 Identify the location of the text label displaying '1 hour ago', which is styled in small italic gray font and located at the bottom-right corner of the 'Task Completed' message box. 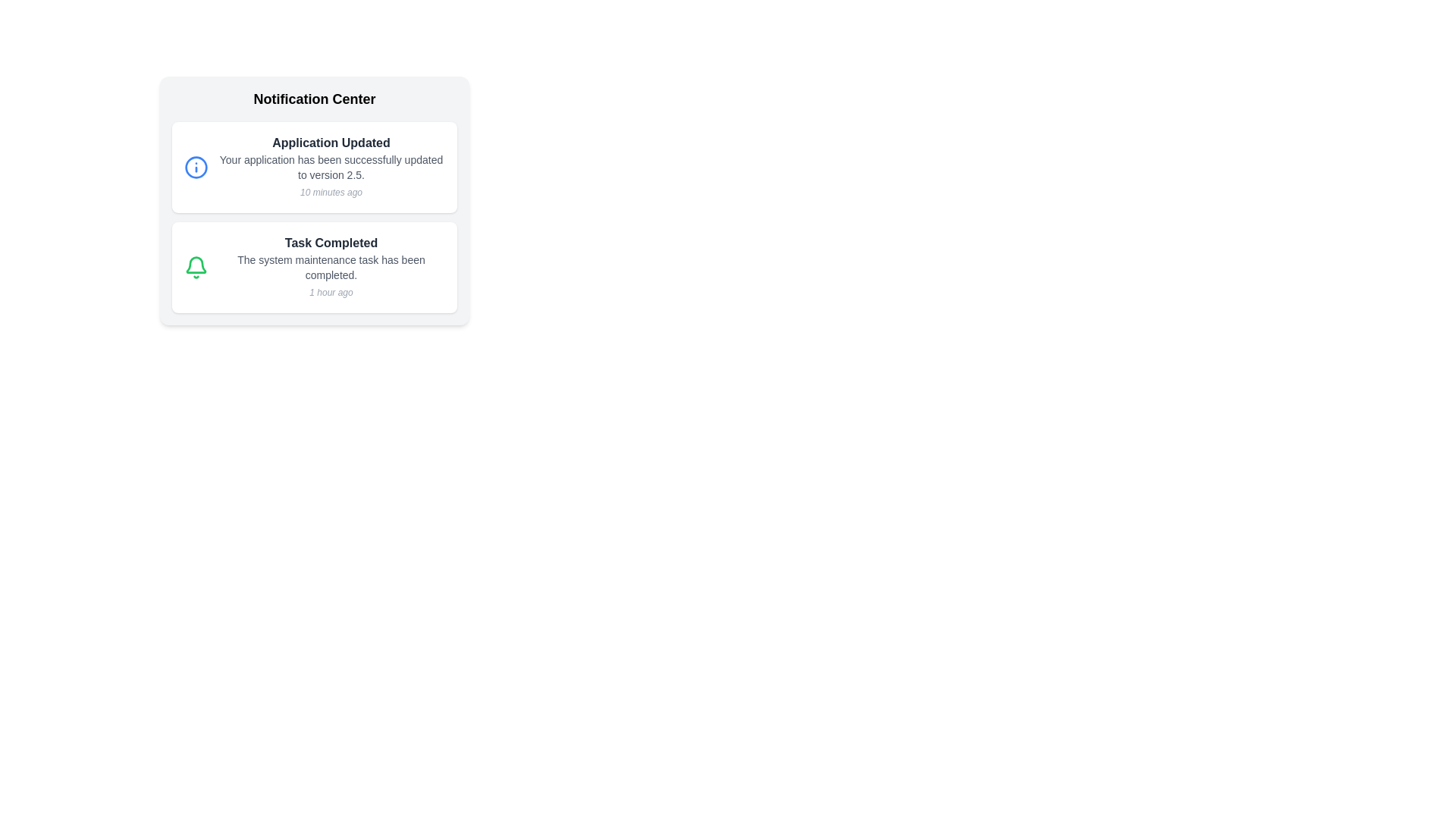
(330, 292).